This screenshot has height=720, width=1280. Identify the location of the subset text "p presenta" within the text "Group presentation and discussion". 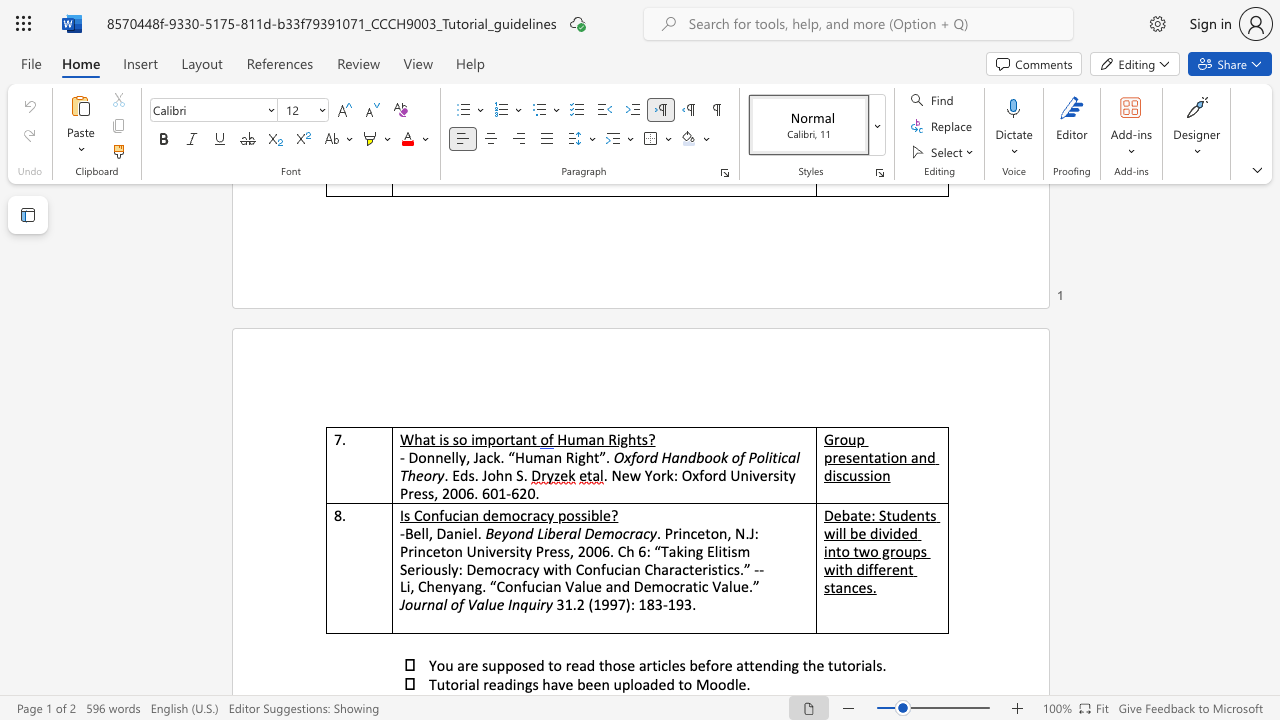
(856, 438).